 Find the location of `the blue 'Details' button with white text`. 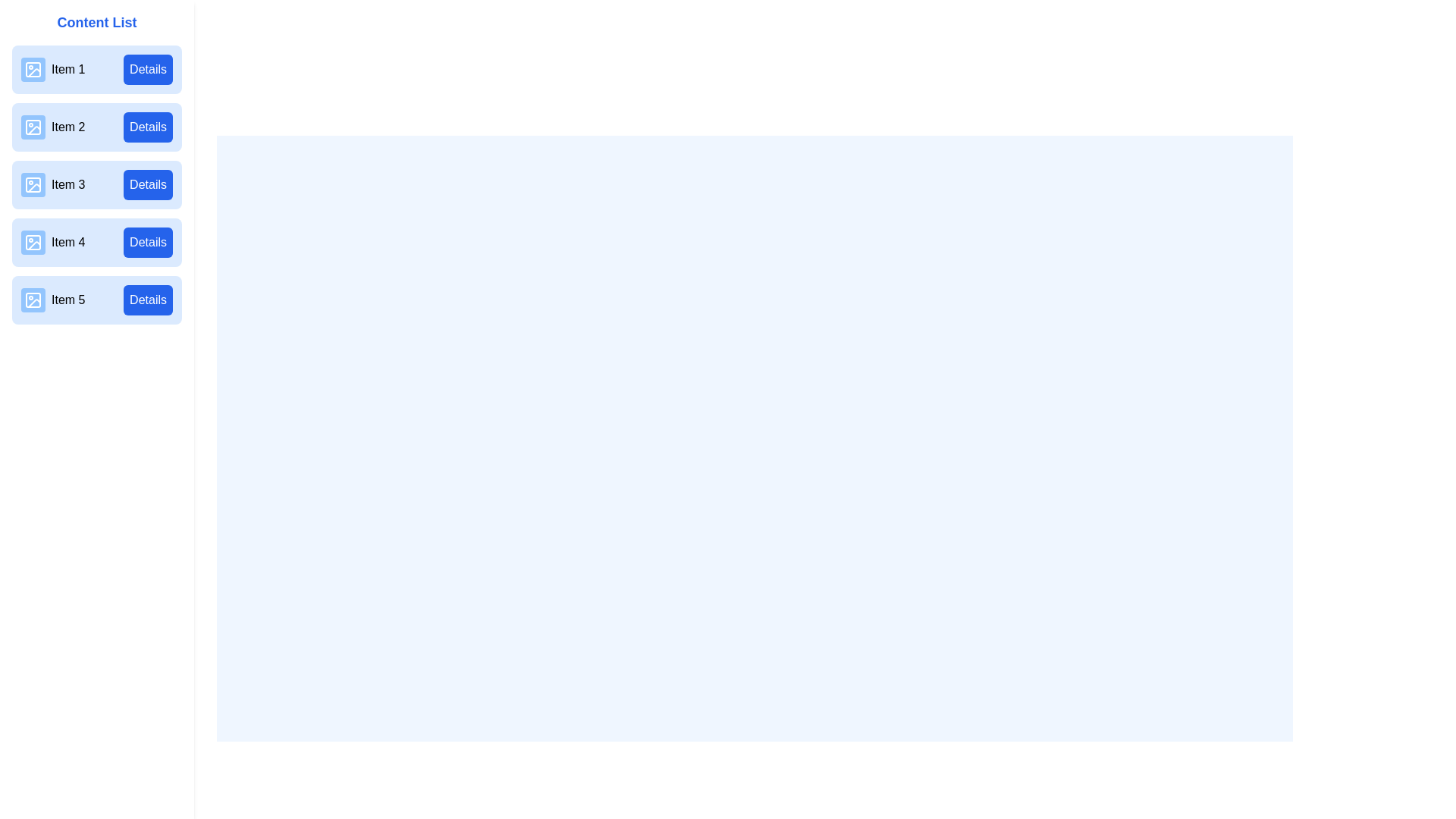

the blue 'Details' button with white text is located at coordinates (148, 300).